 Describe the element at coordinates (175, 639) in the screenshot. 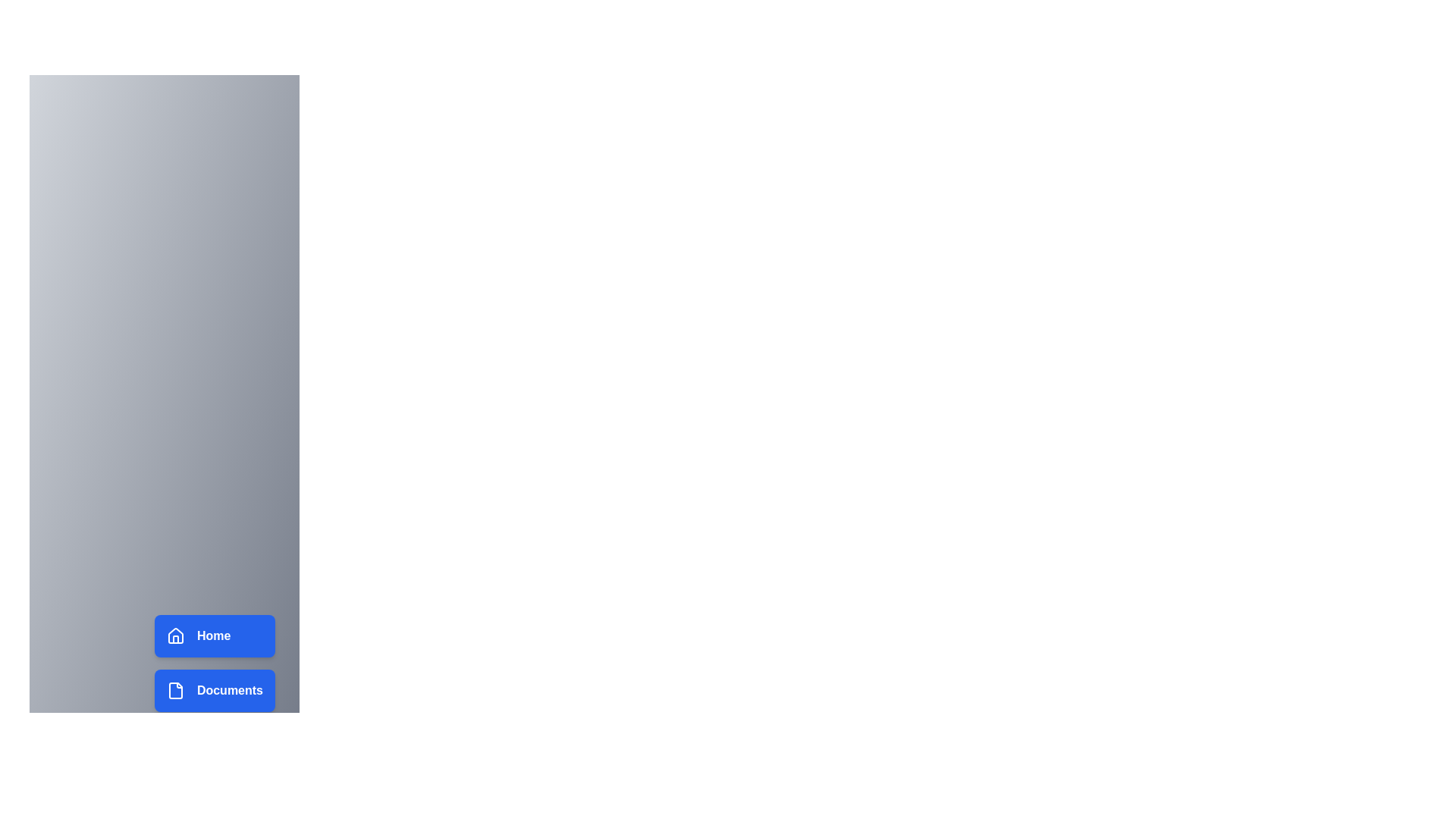

I see `the small graphic component inside the house icon, which is located towards the bottom edge of the left-side panel of the application` at that location.